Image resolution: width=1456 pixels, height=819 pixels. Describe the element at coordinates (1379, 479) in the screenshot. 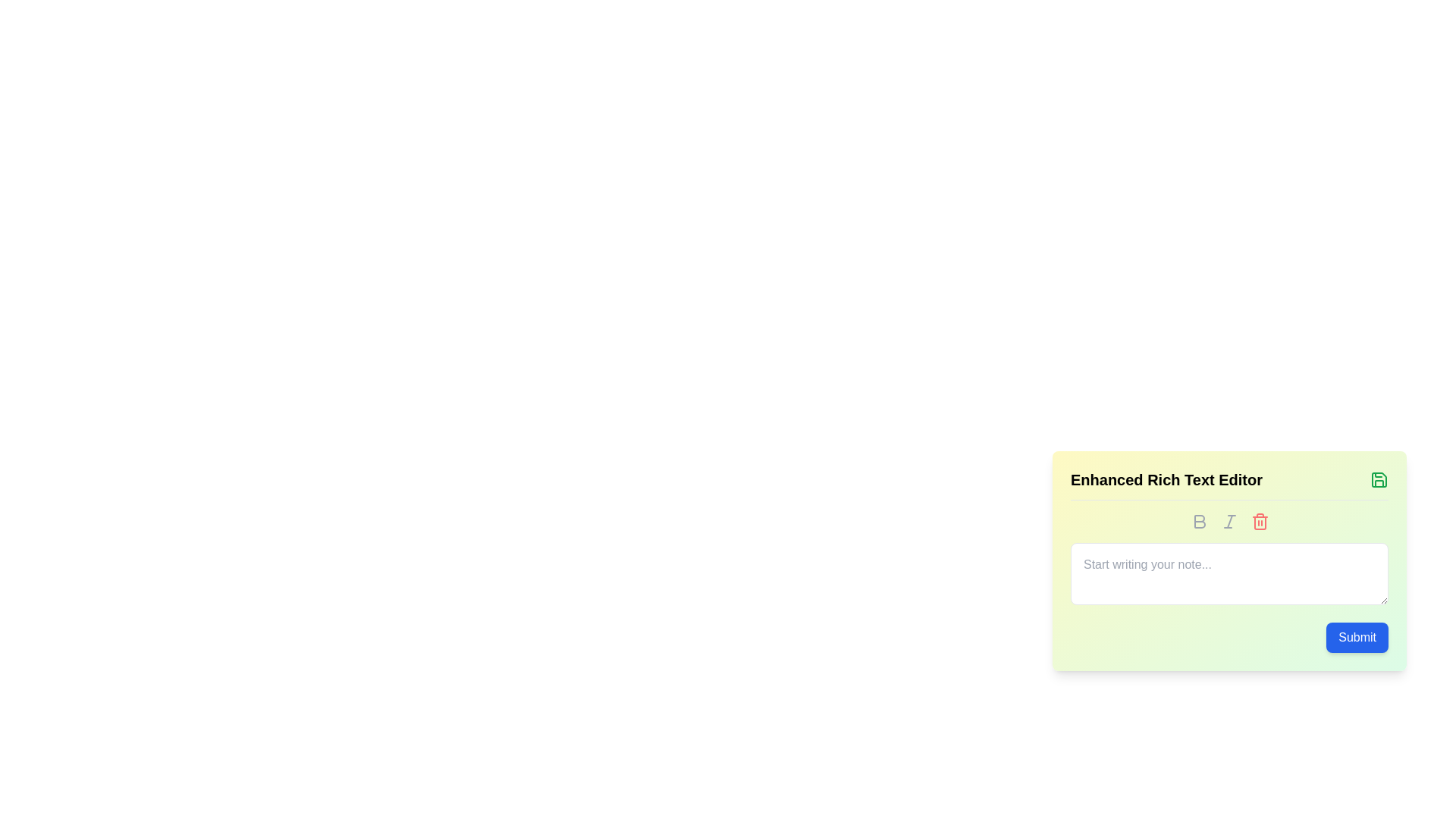

I see `the green floppy disk icon in the header of the 'Enhanced Rich Text Editor' card` at that location.